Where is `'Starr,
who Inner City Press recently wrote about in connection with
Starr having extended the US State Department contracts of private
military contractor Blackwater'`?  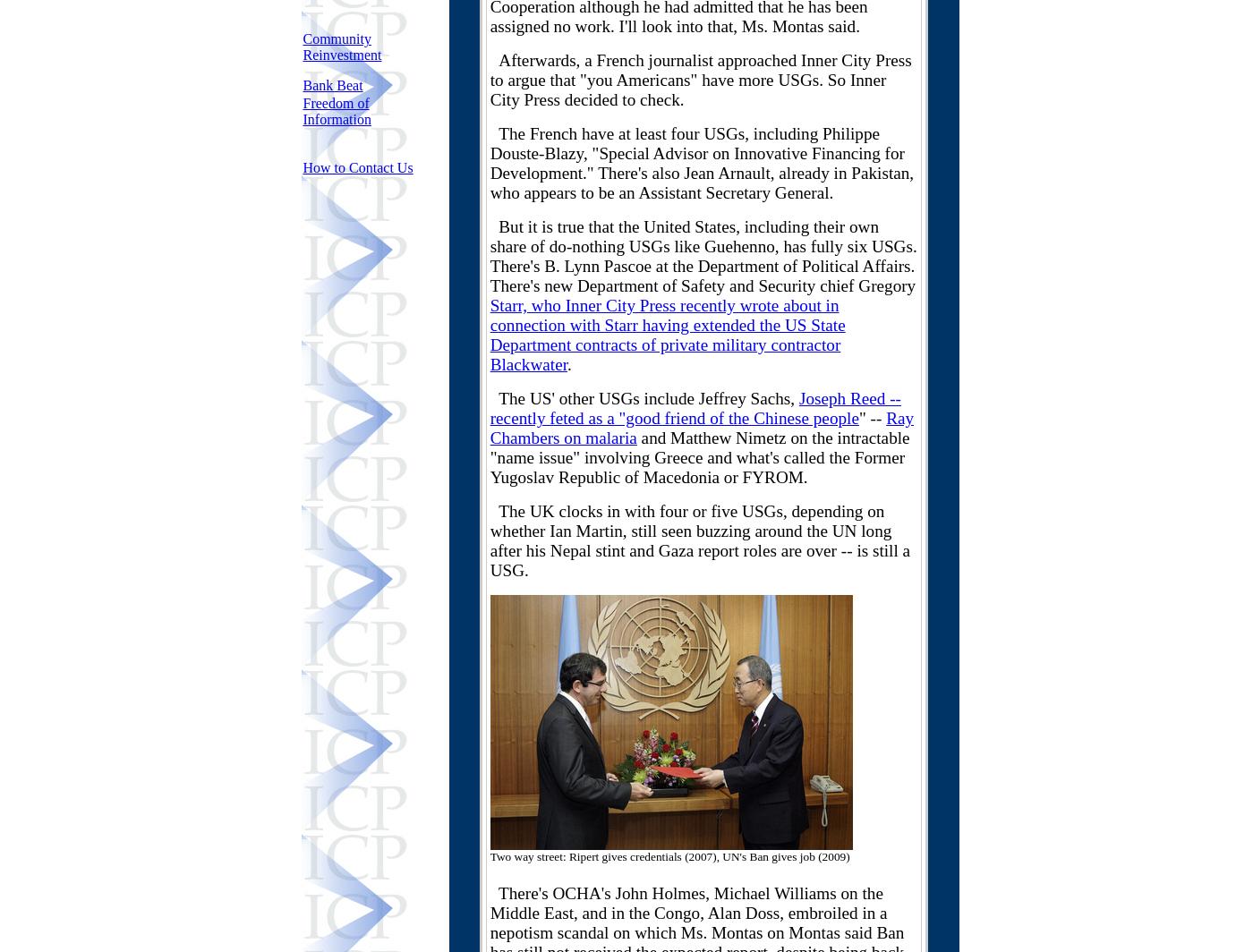
'Starr,
who Inner City Press recently wrote about in connection with
Starr having extended the US State Department contracts of private
military contractor Blackwater' is located at coordinates (489, 335).